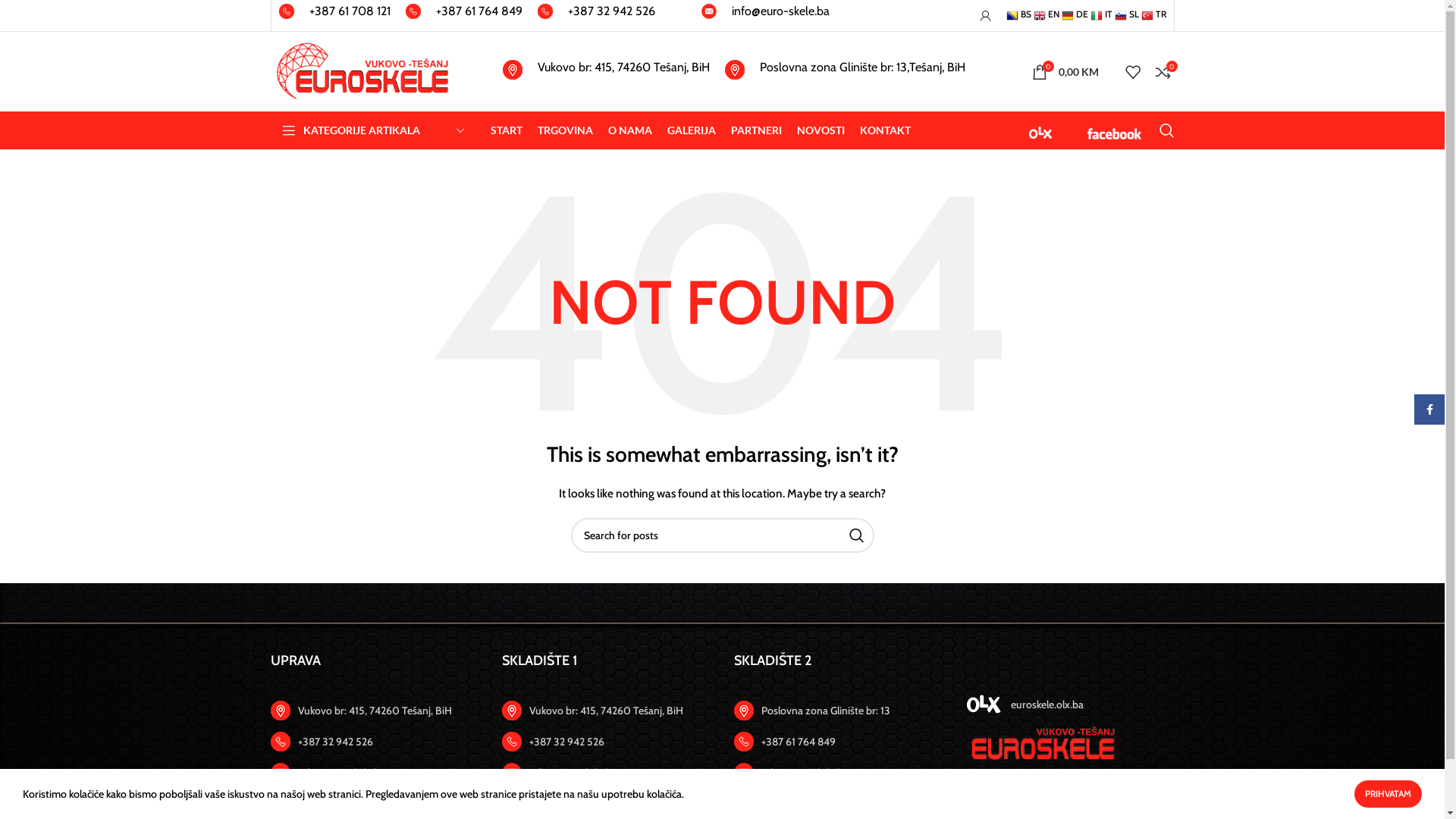 The width and height of the screenshot is (1456, 819). What do you see at coordinates (1153, 14) in the screenshot?
I see `'TR'` at bounding box center [1153, 14].